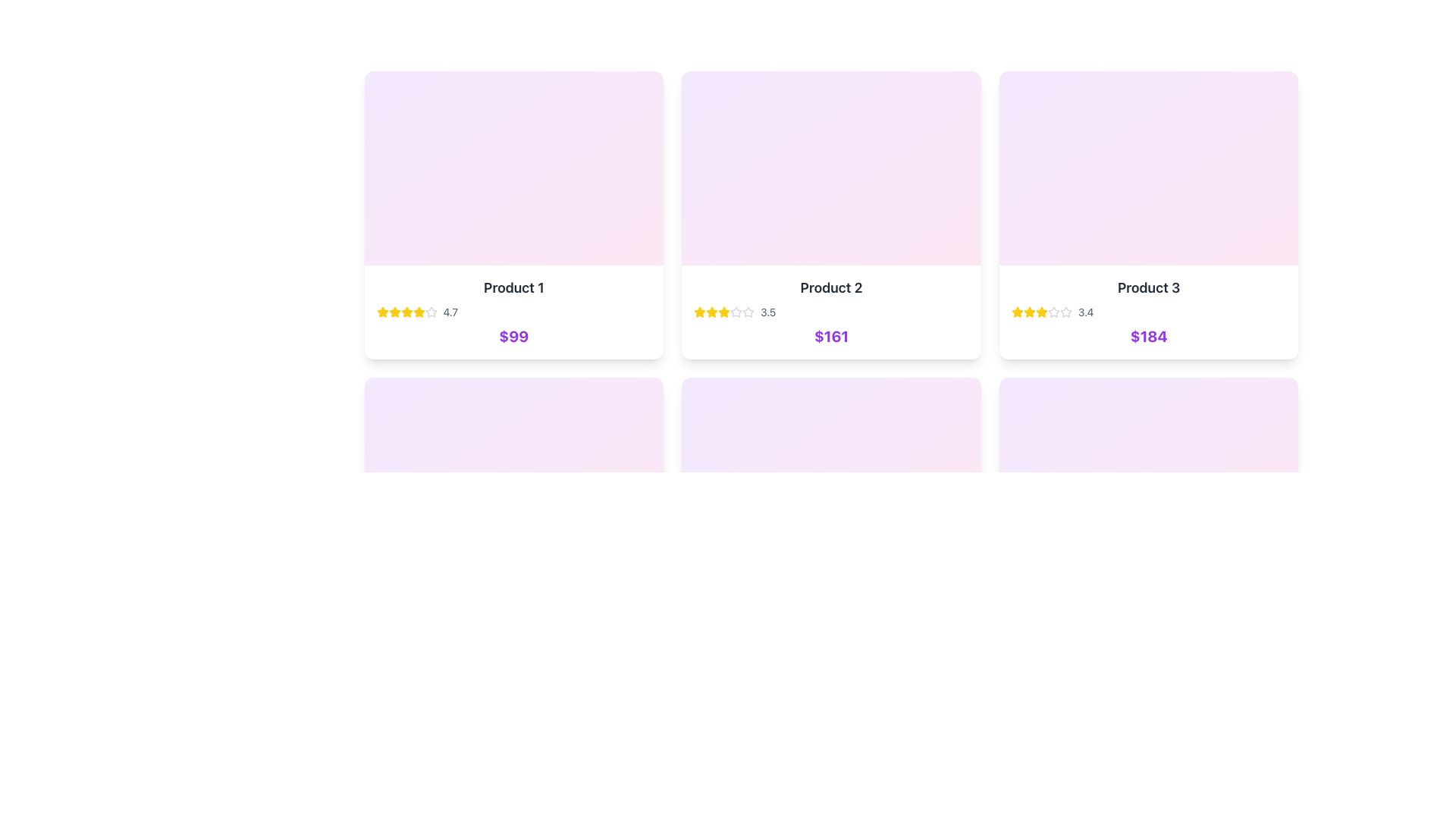  What do you see at coordinates (607, 93) in the screenshot?
I see `the like/save button located at the top-right corner of 'Product 1' card` at bounding box center [607, 93].